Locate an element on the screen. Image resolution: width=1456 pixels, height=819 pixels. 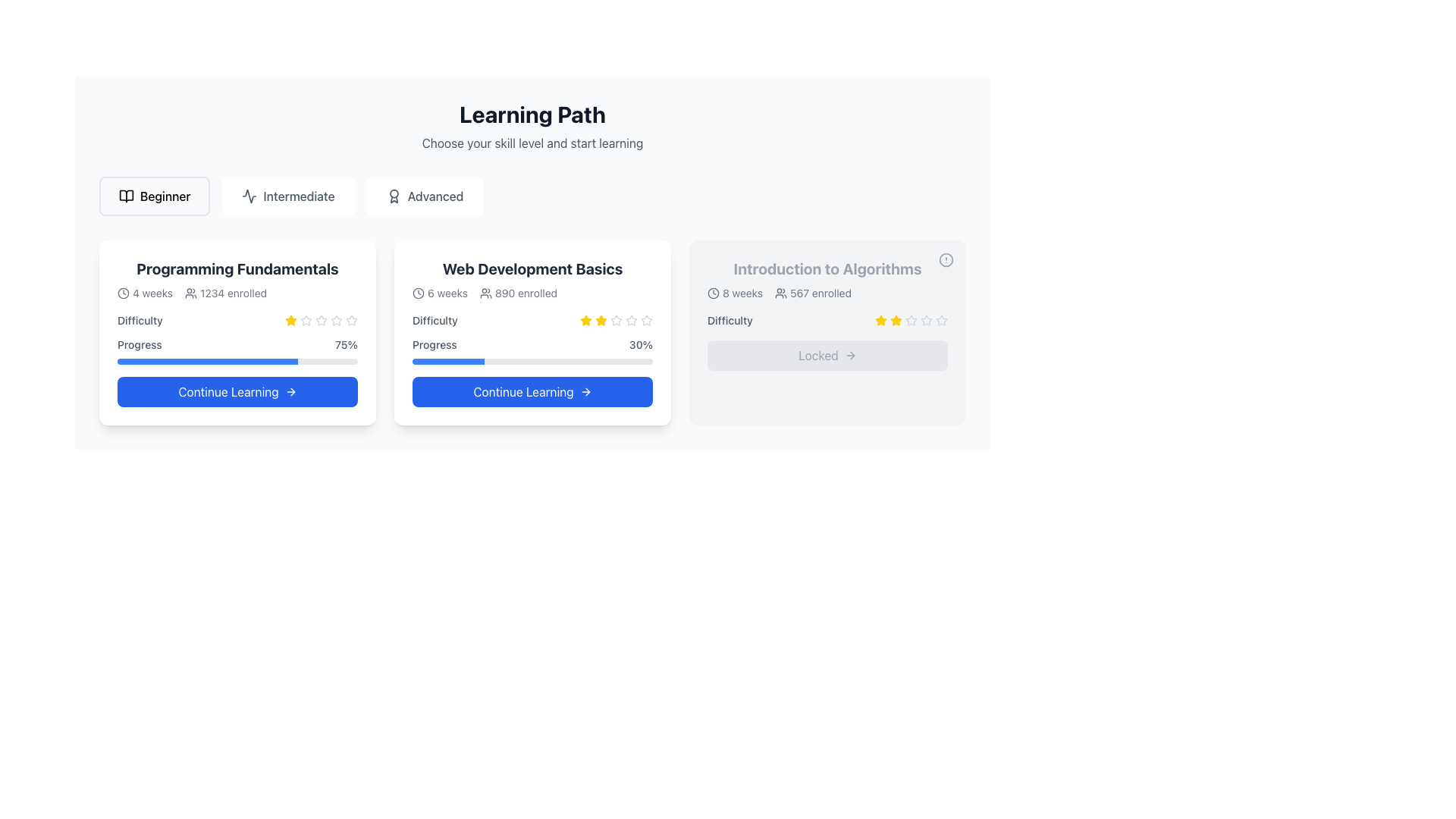
the second star icon in the rating system for the 'Introduction to Algorithms' card to modify the rating is located at coordinates (880, 318).